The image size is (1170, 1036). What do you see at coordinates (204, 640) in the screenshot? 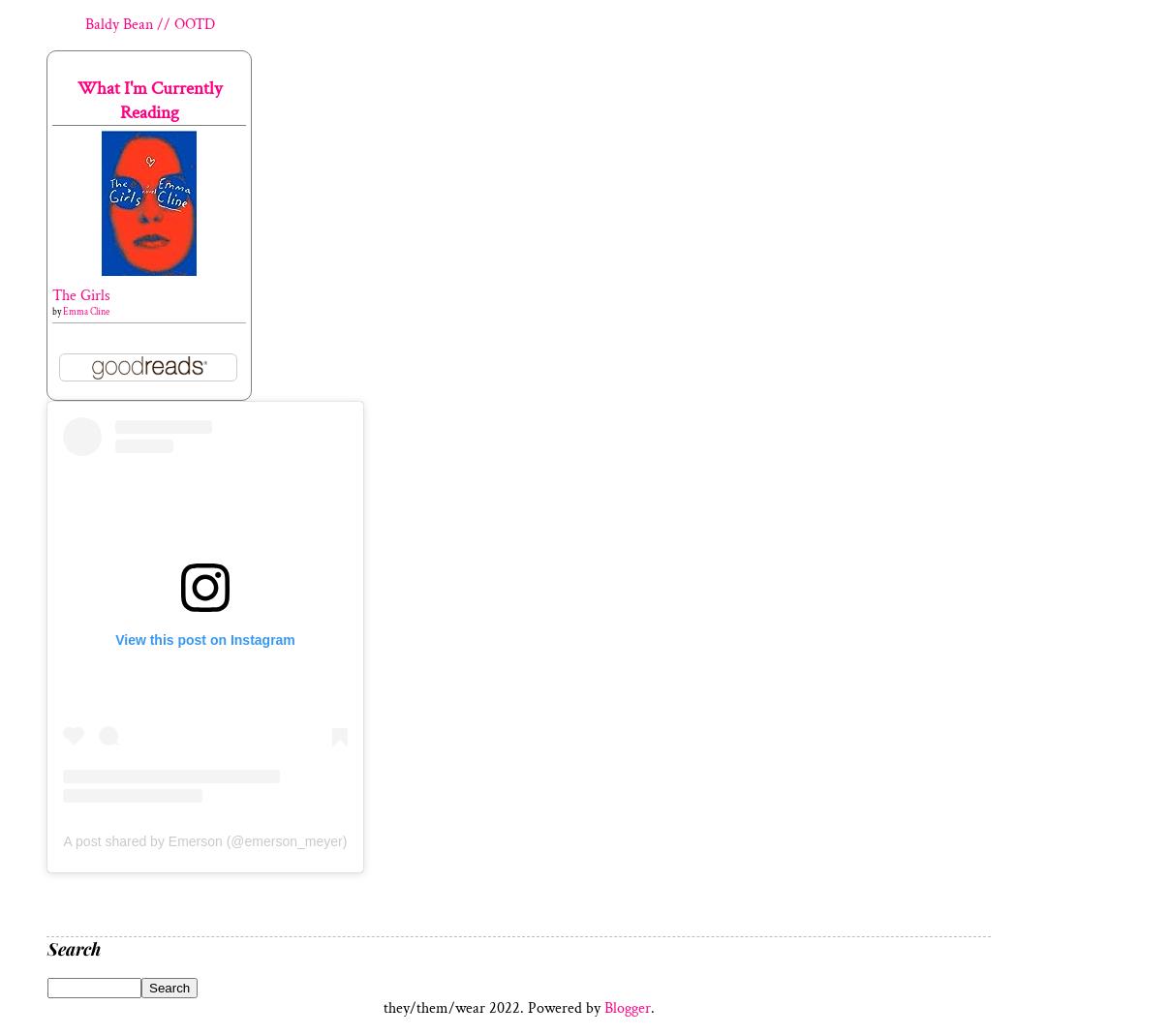
I see `'View this post on Instagram'` at bounding box center [204, 640].